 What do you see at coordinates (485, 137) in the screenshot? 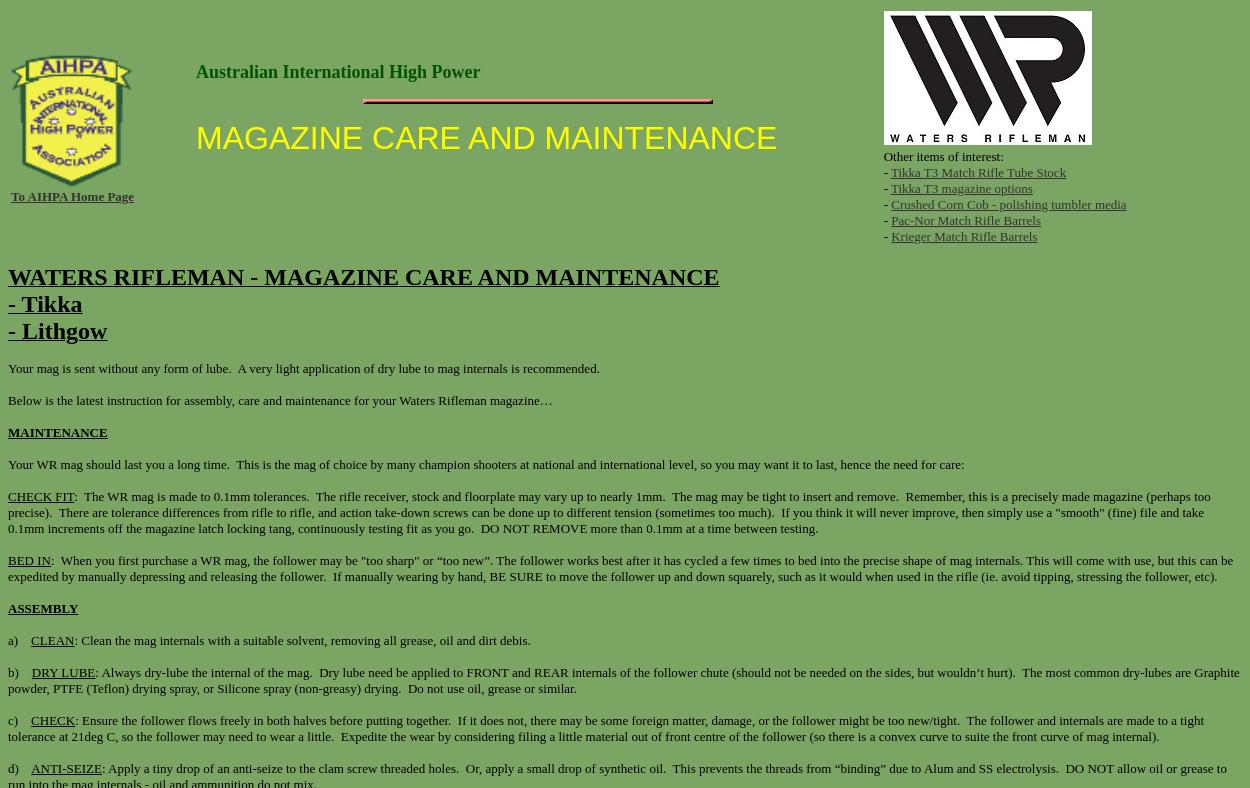
I see `'MAGAZINE CARE AND MAINTENANCE'` at bounding box center [485, 137].